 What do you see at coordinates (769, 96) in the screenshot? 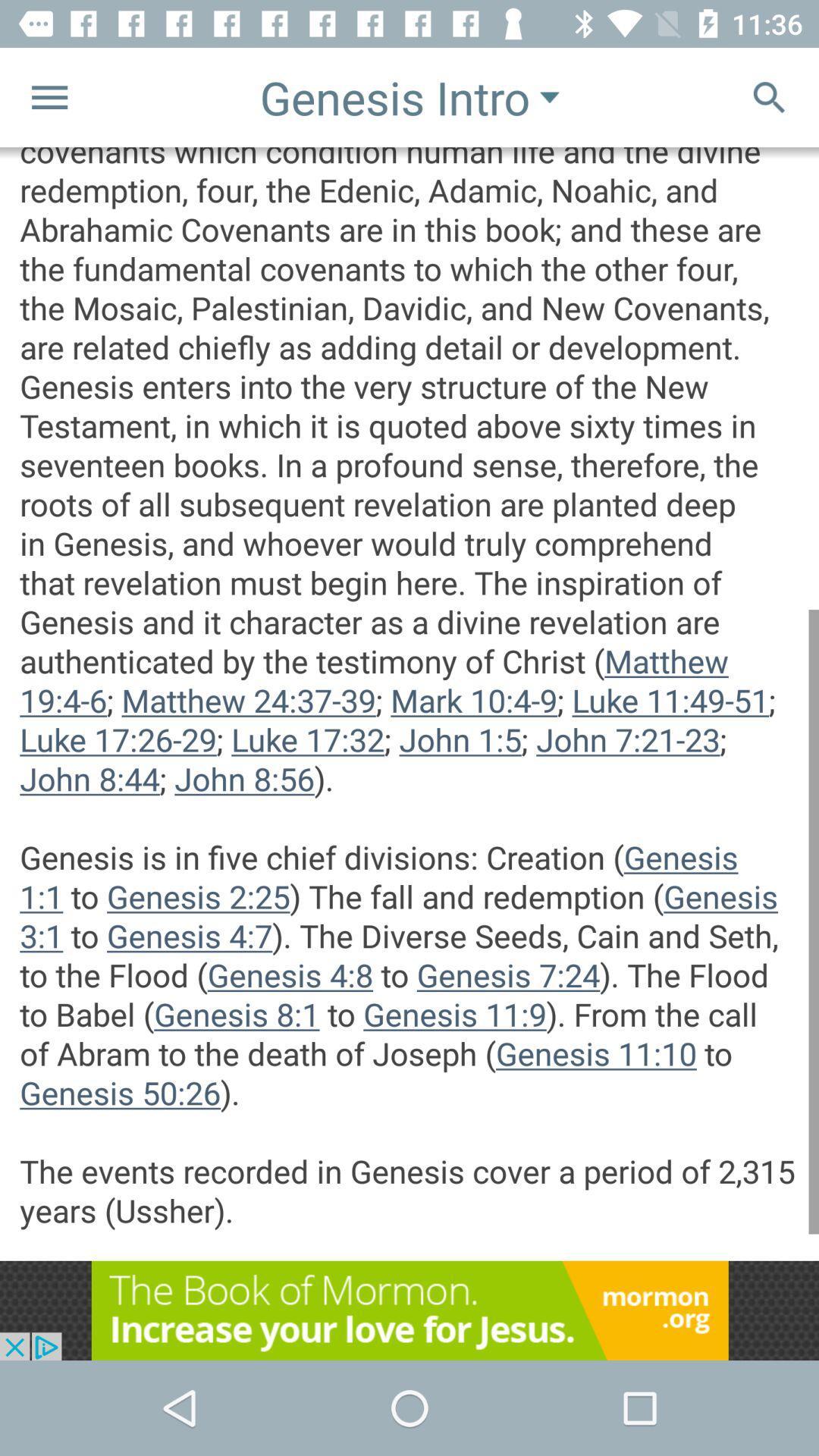
I see `search article` at bounding box center [769, 96].